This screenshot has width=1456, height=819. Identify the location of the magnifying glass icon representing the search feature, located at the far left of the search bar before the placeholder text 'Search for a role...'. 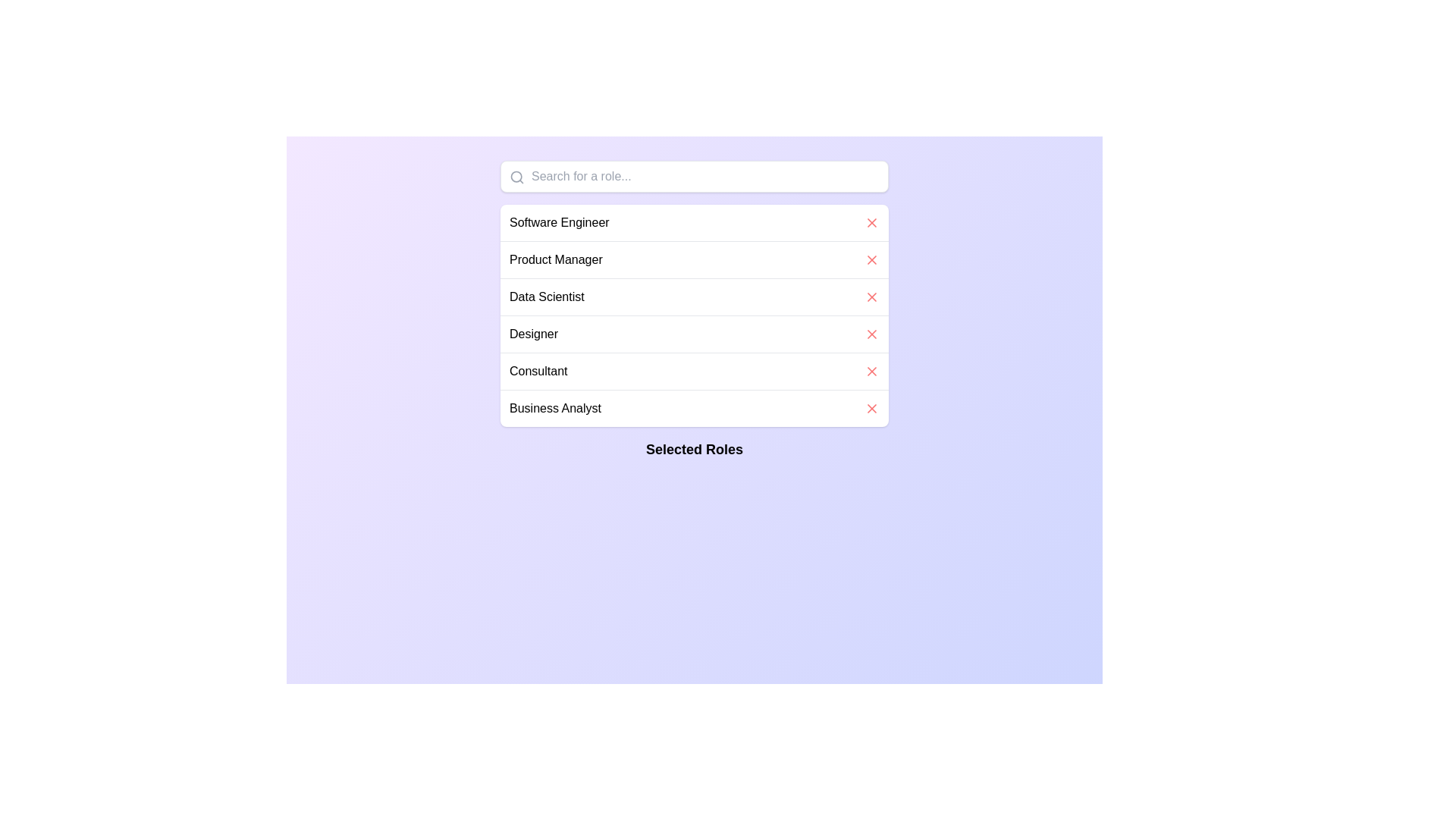
(516, 177).